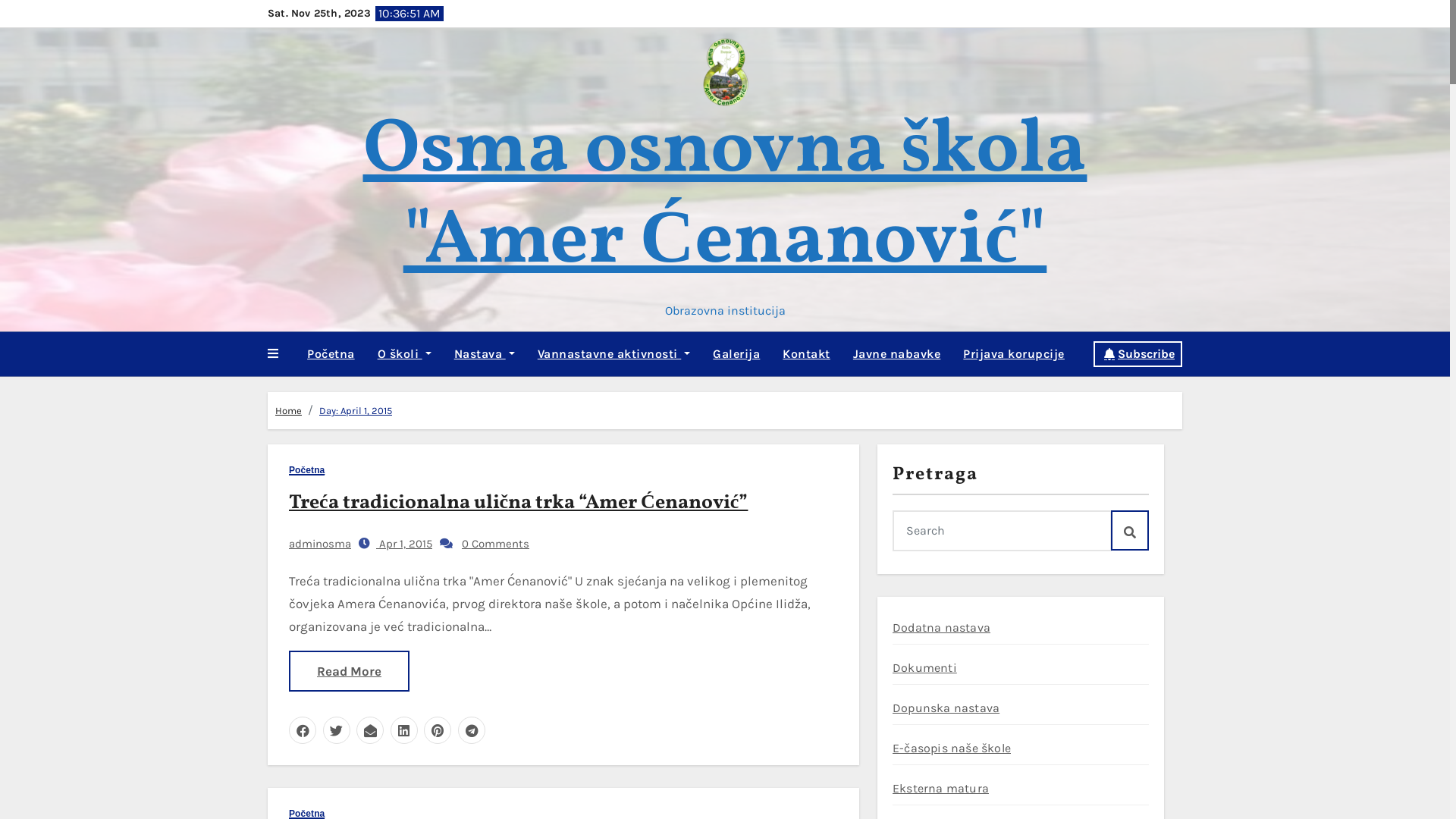 This screenshot has width=1456, height=819. What do you see at coordinates (355, 410) in the screenshot?
I see `'Day: April 1, 2015'` at bounding box center [355, 410].